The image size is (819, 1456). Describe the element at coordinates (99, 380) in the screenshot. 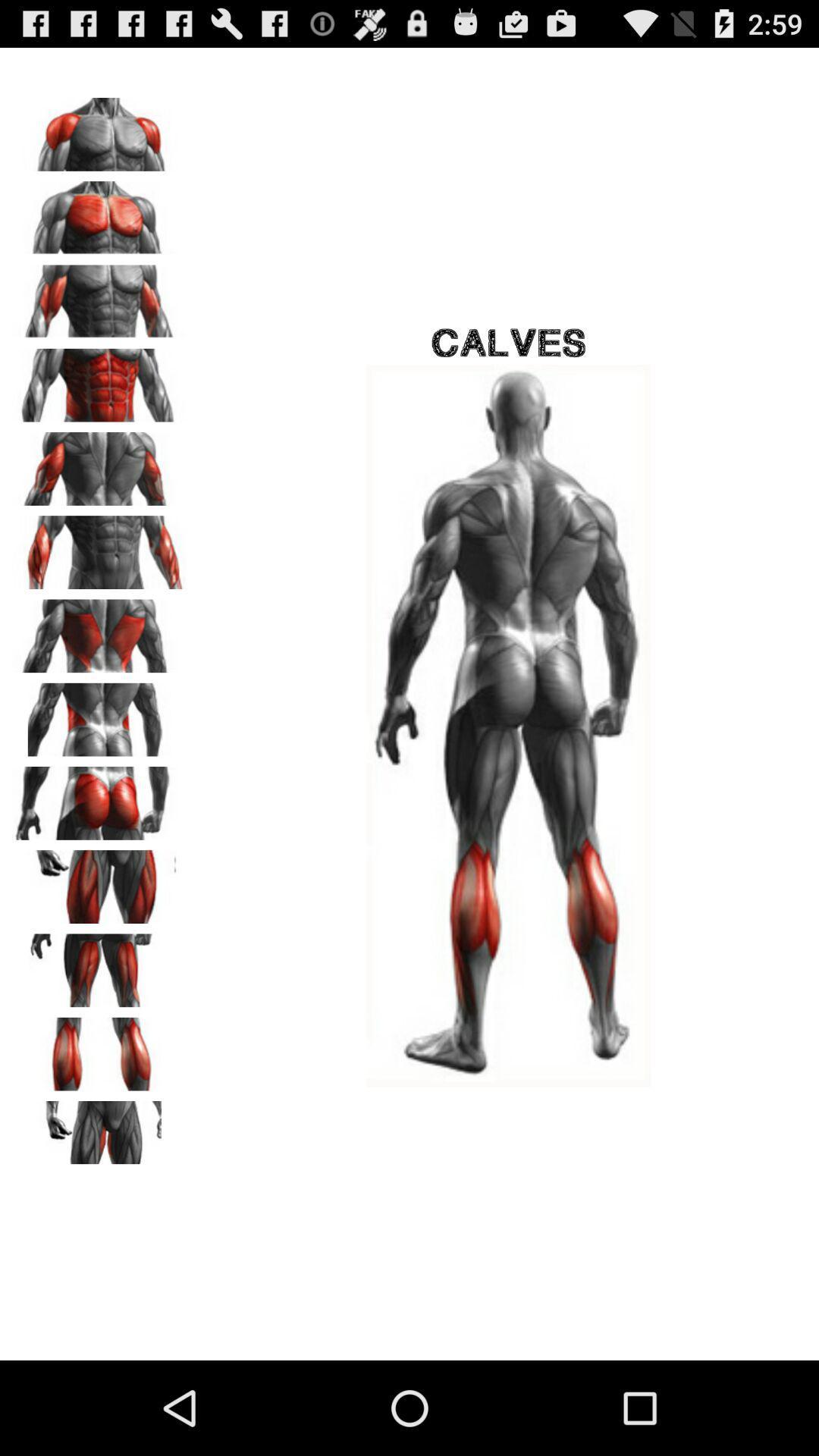

I see `see ab exercises` at that location.